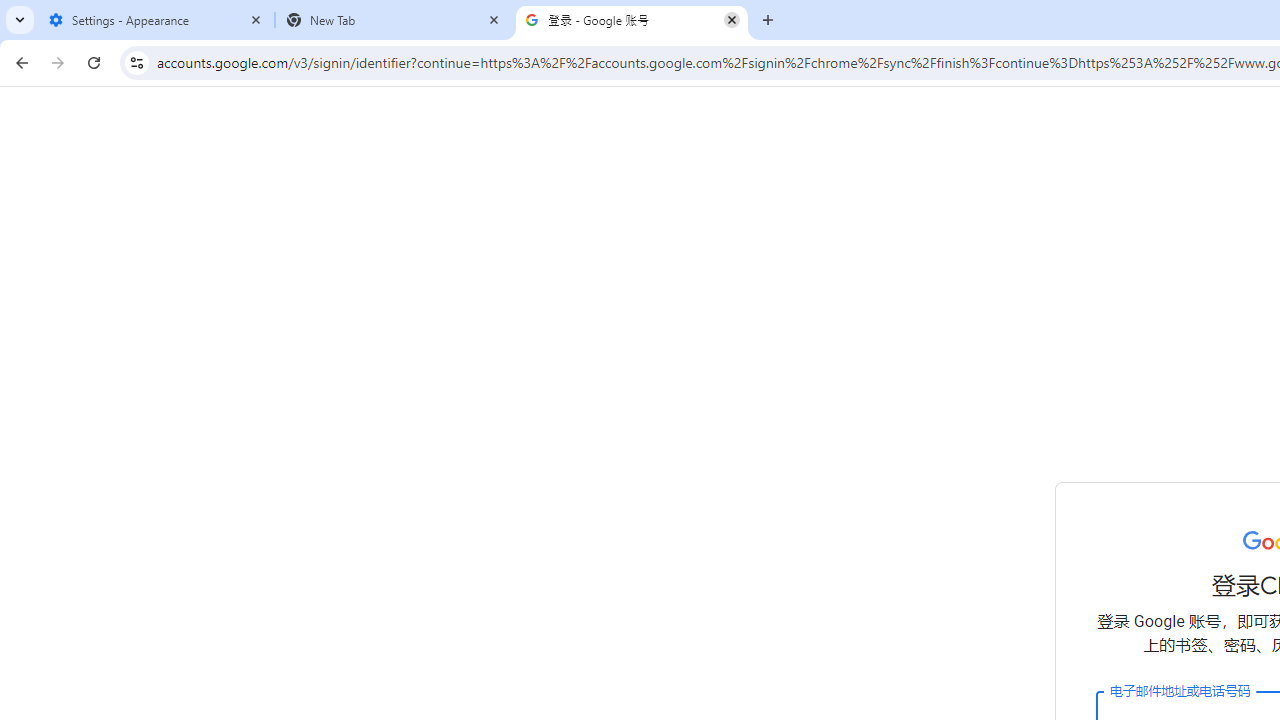 This screenshot has width=1280, height=720. Describe the element at coordinates (394, 20) in the screenshot. I see `'New Tab'` at that location.